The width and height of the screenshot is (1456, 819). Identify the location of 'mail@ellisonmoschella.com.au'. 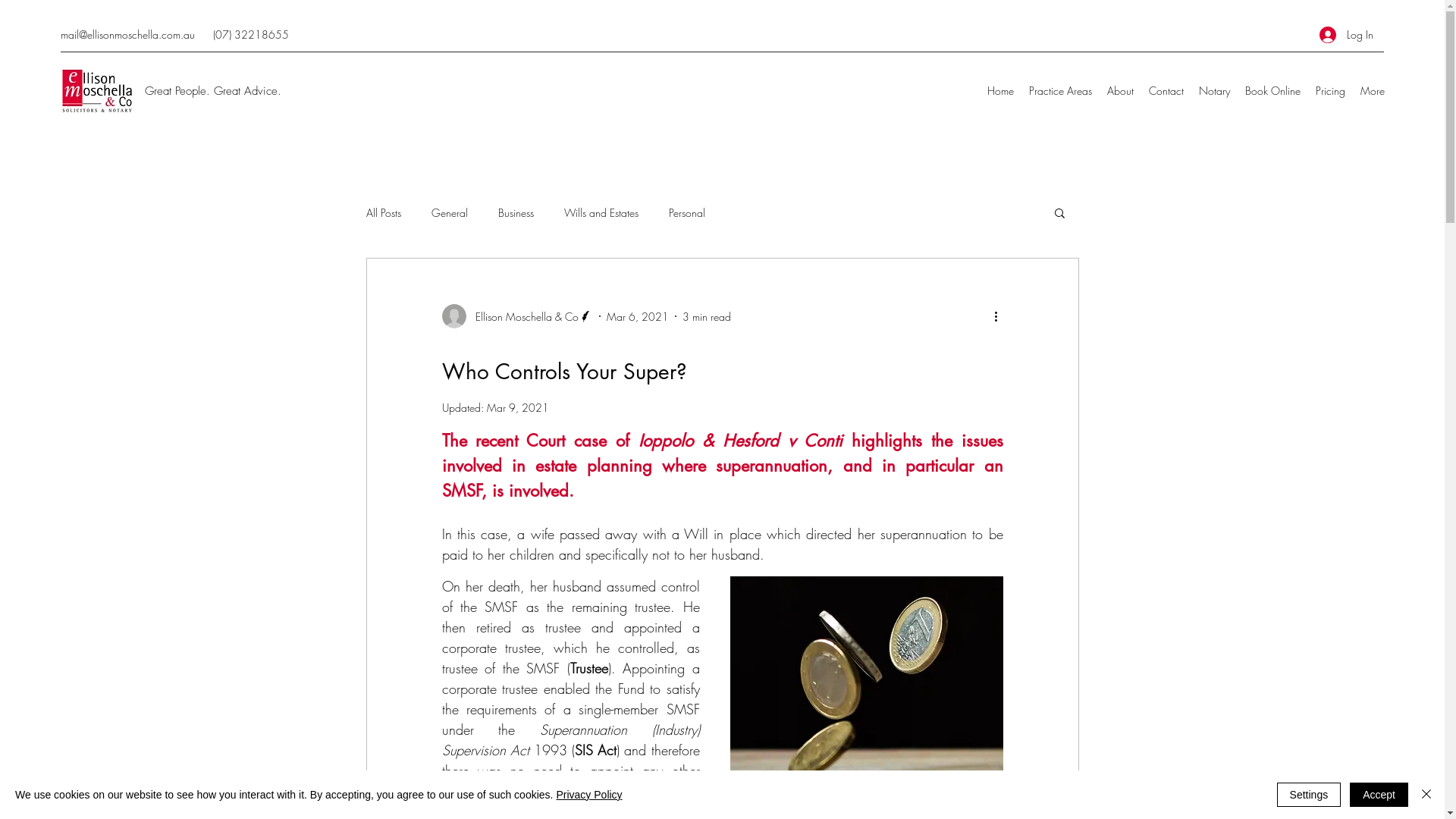
(127, 34).